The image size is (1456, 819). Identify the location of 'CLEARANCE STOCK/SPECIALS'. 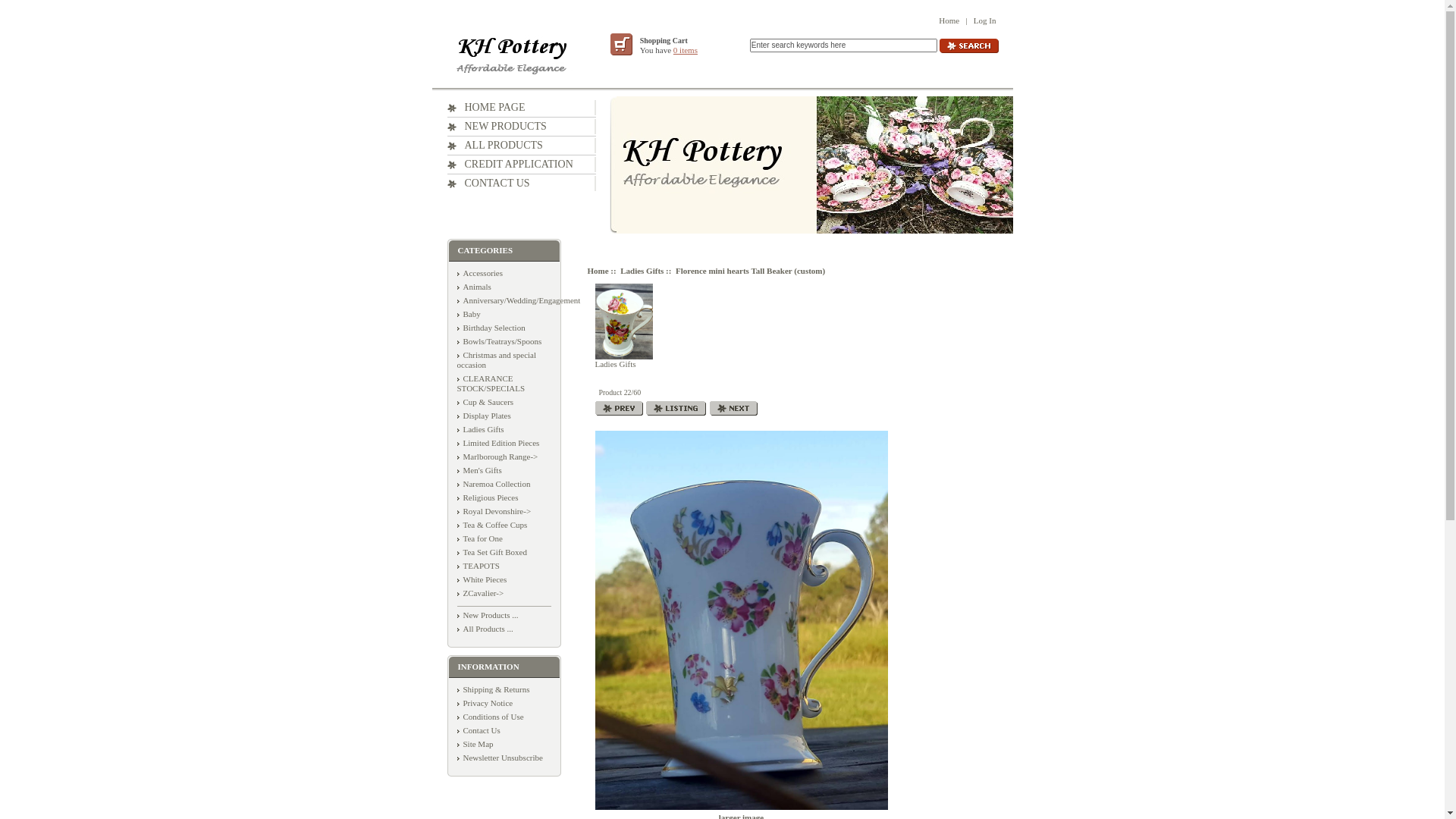
(491, 382).